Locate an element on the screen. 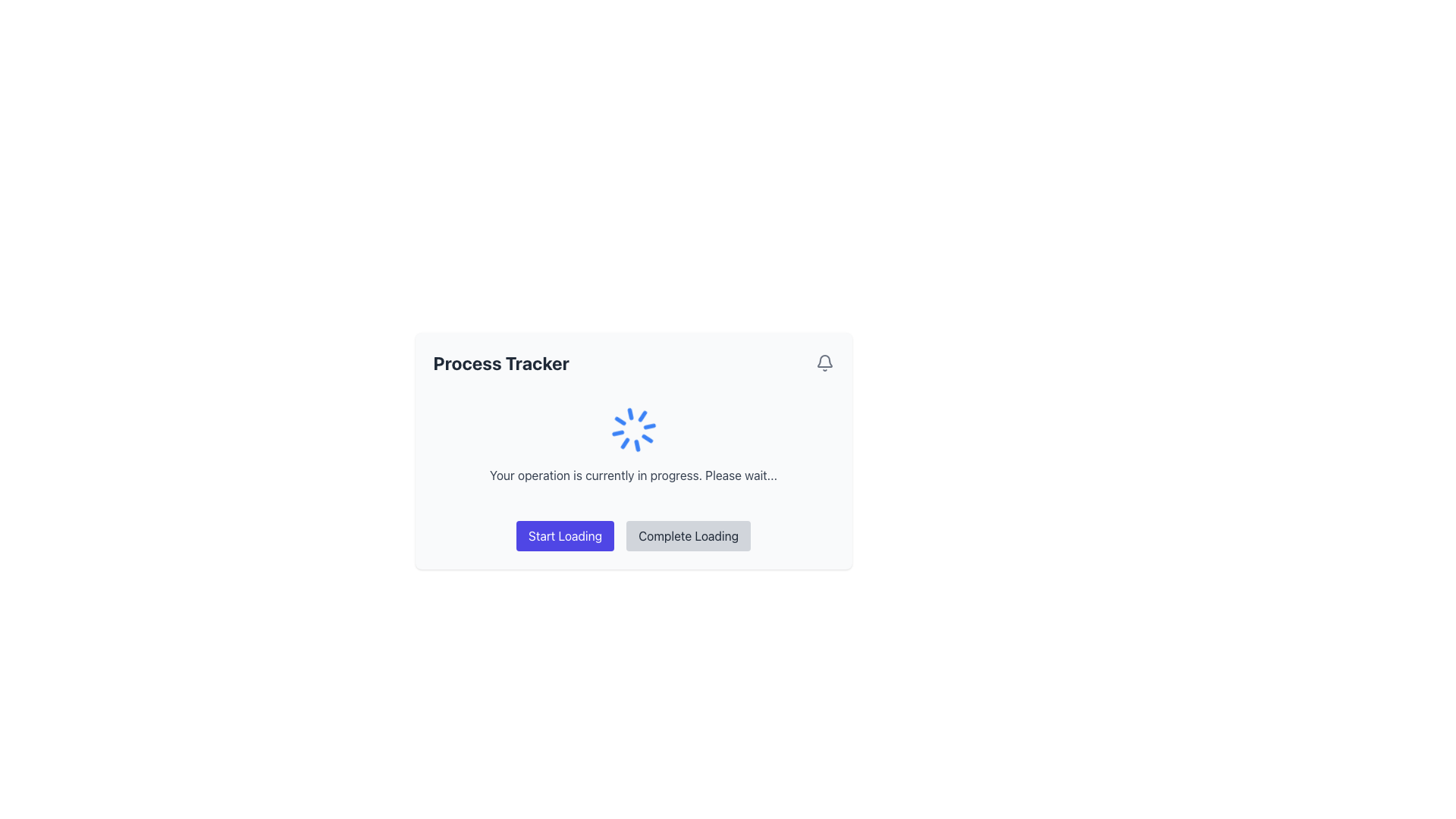 The image size is (1456, 819). the content of the header element labeled 'Process Tracker' which includes a bold text on the left and a bell-shaped icon on the right is located at coordinates (633, 362).